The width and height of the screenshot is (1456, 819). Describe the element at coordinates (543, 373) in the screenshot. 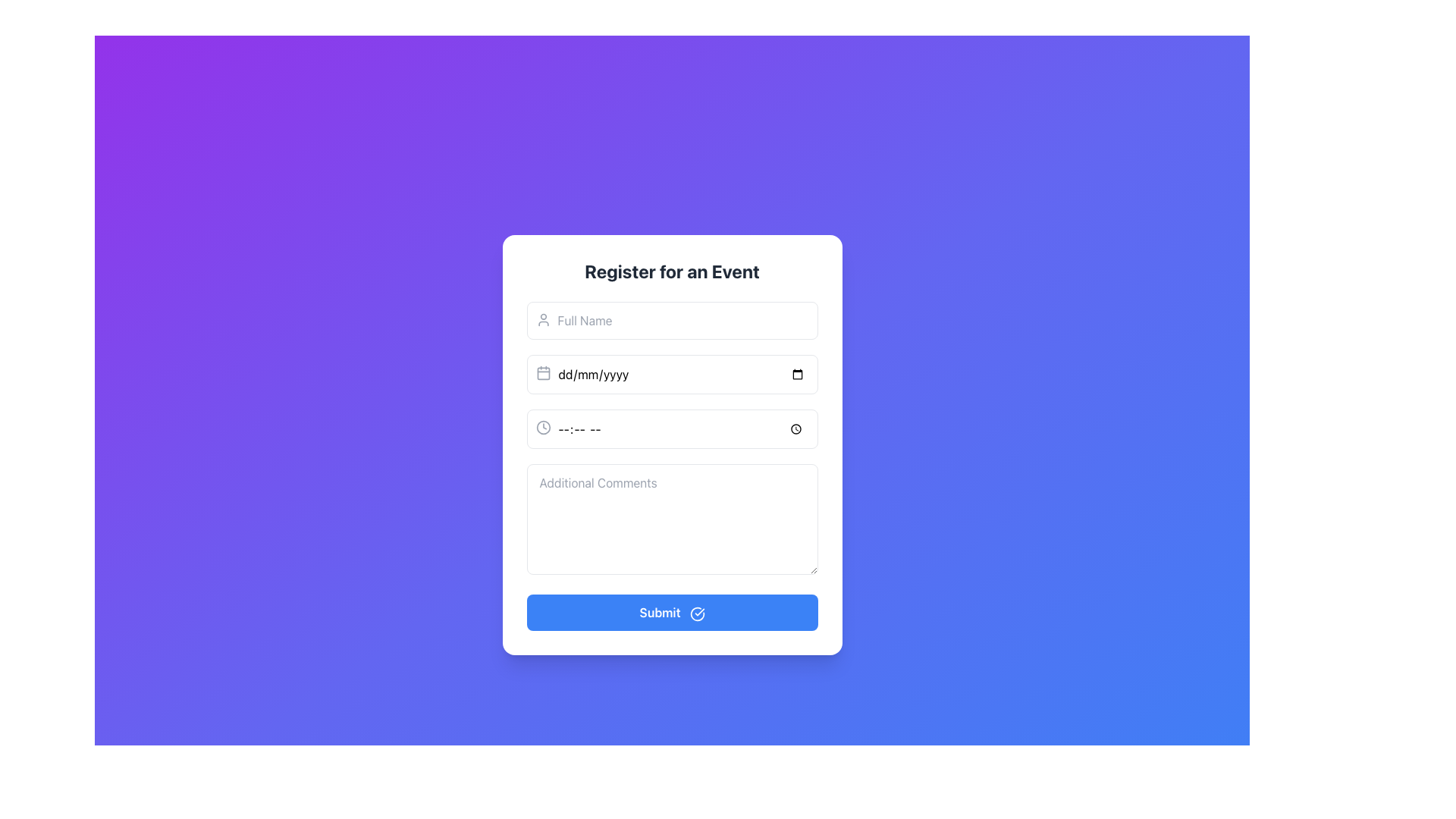

I see `the minimalist gray calendar icon located on the left inside the date input field, adjacent to the placeholder text 'dd/mm/yyyy'` at that location.